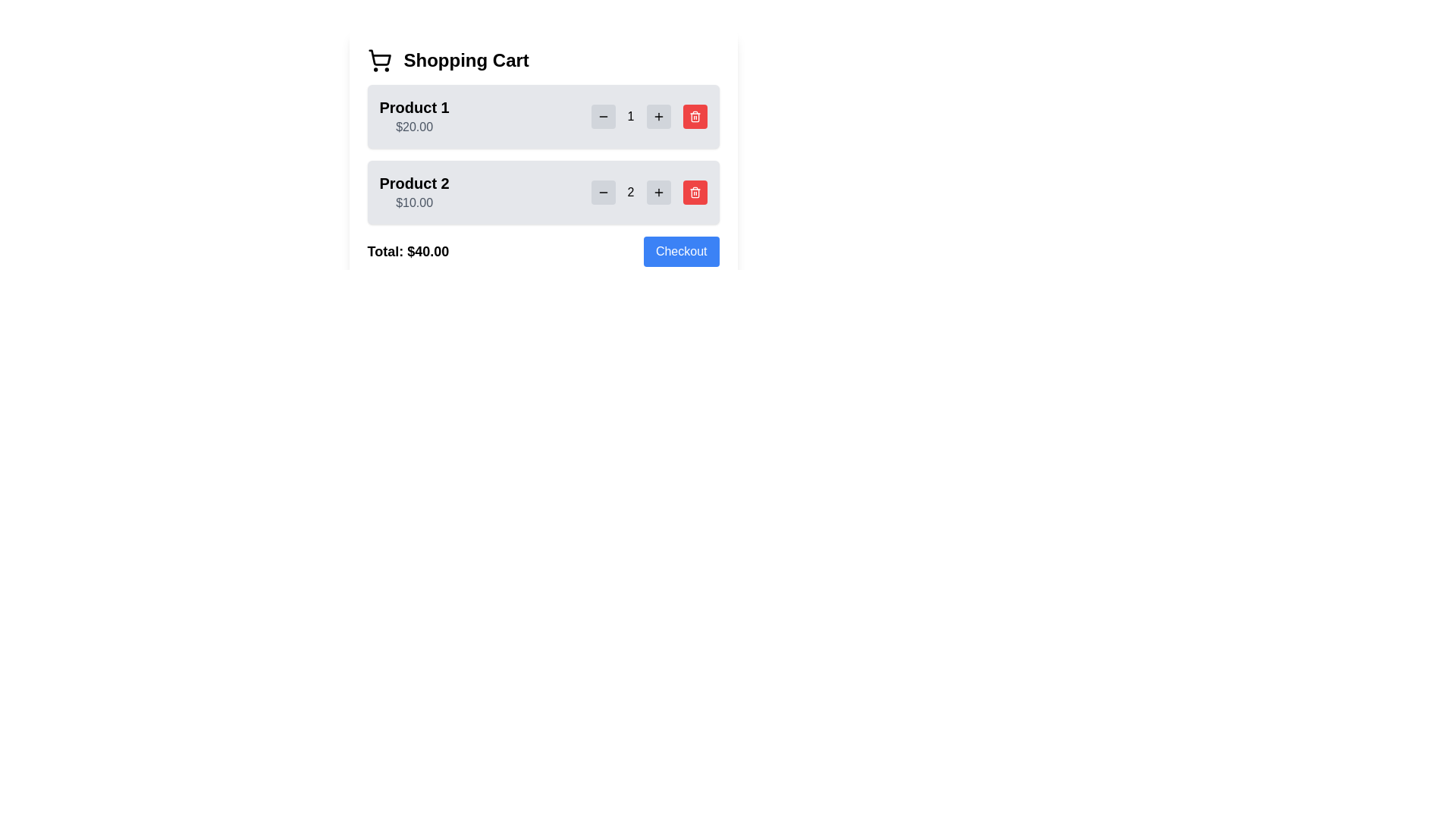 This screenshot has width=1456, height=819. I want to click on price text label located beneath the product name 'Product 1', which is styled in gray color, so click(414, 126).